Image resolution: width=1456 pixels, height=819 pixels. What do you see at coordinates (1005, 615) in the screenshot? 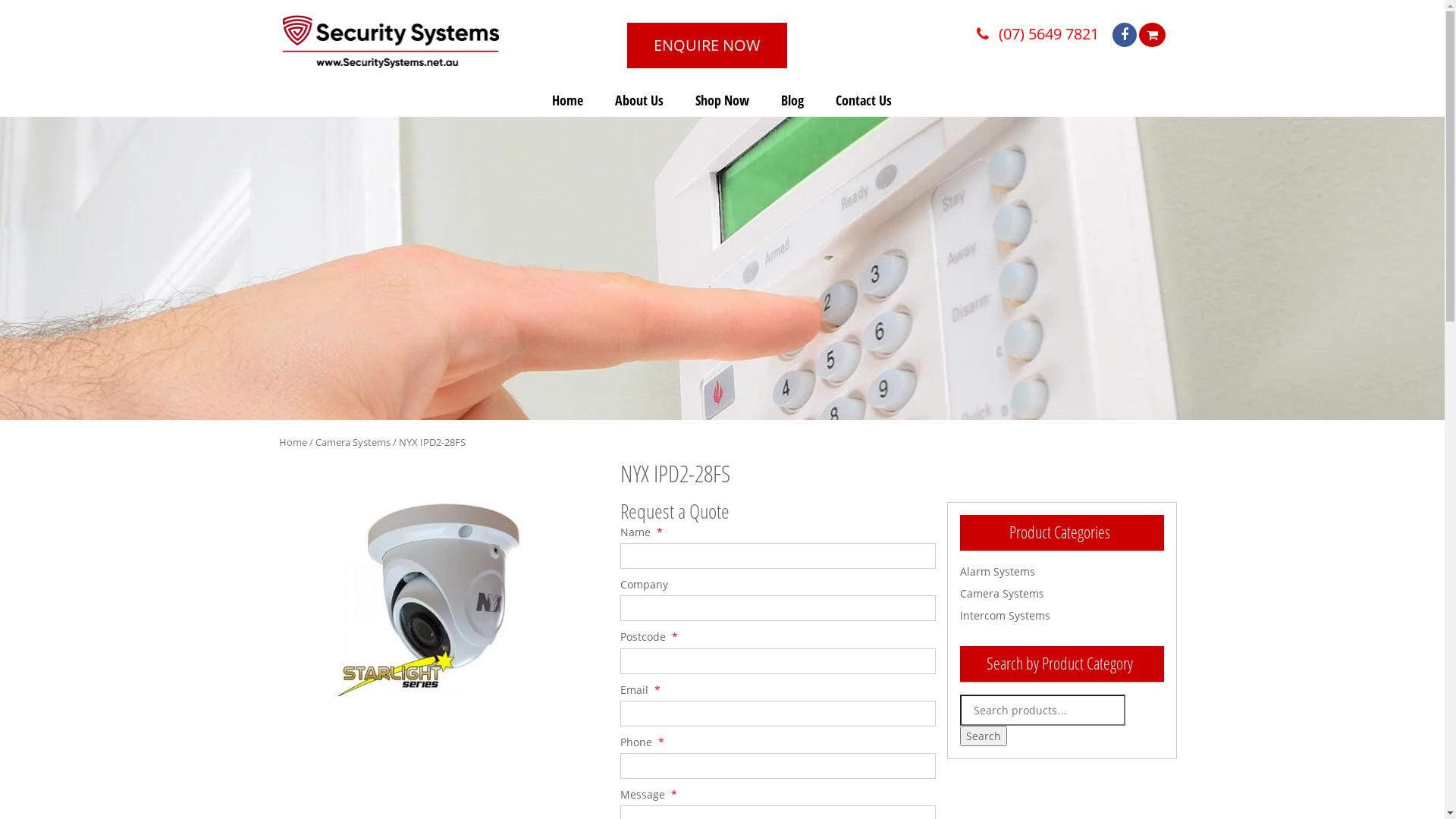
I see `'Intercom Systems'` at bounding box center [1005, 615].